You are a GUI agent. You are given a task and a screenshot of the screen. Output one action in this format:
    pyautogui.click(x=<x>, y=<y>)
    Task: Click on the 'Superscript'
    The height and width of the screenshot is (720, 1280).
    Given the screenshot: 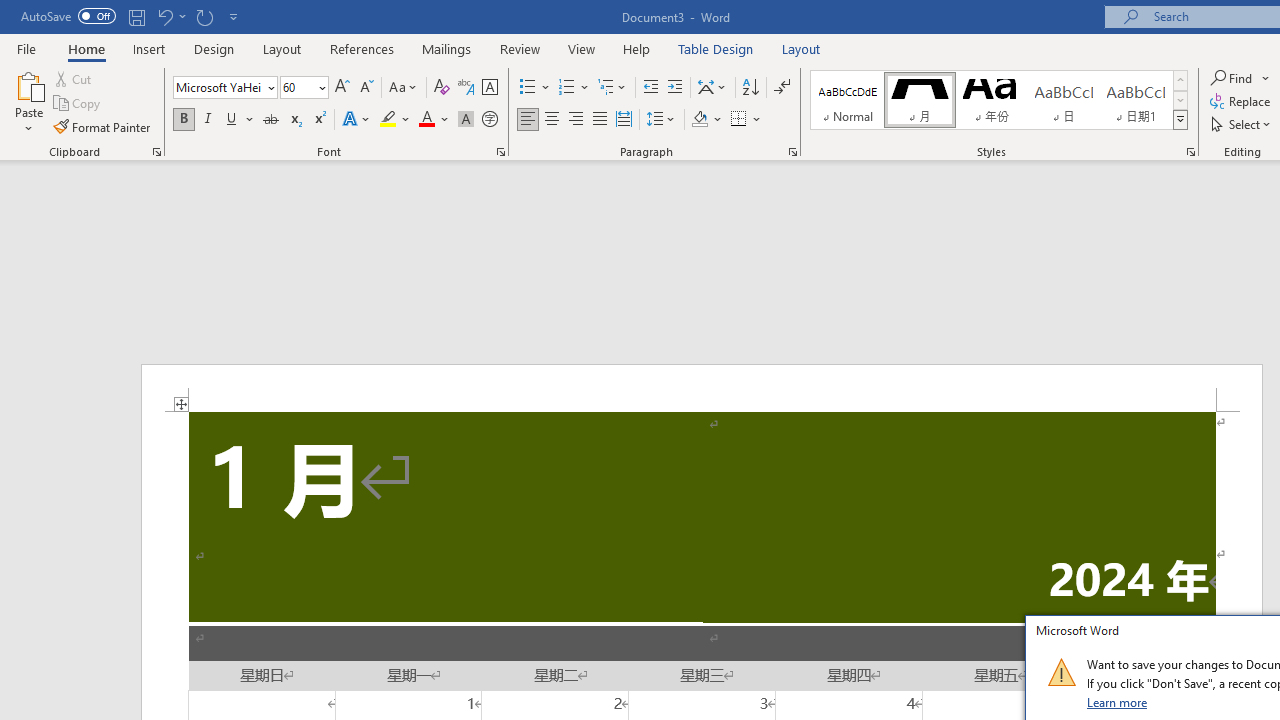 What is the action you would take?
    pyautogui.click(x=318, y=119)
    